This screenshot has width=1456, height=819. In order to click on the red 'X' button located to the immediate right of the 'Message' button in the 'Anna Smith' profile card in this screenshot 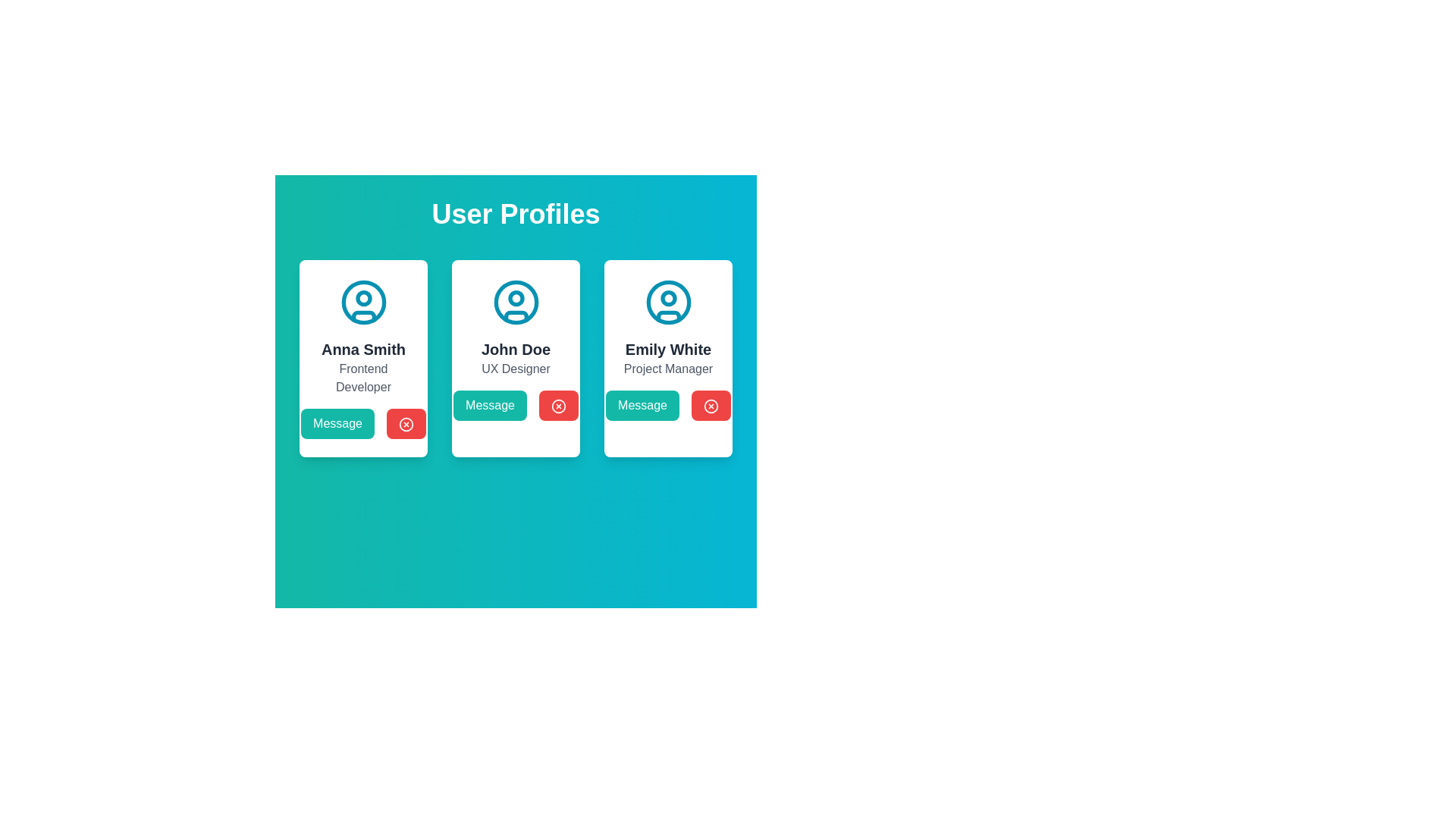, I will do `click(406, 424)`.